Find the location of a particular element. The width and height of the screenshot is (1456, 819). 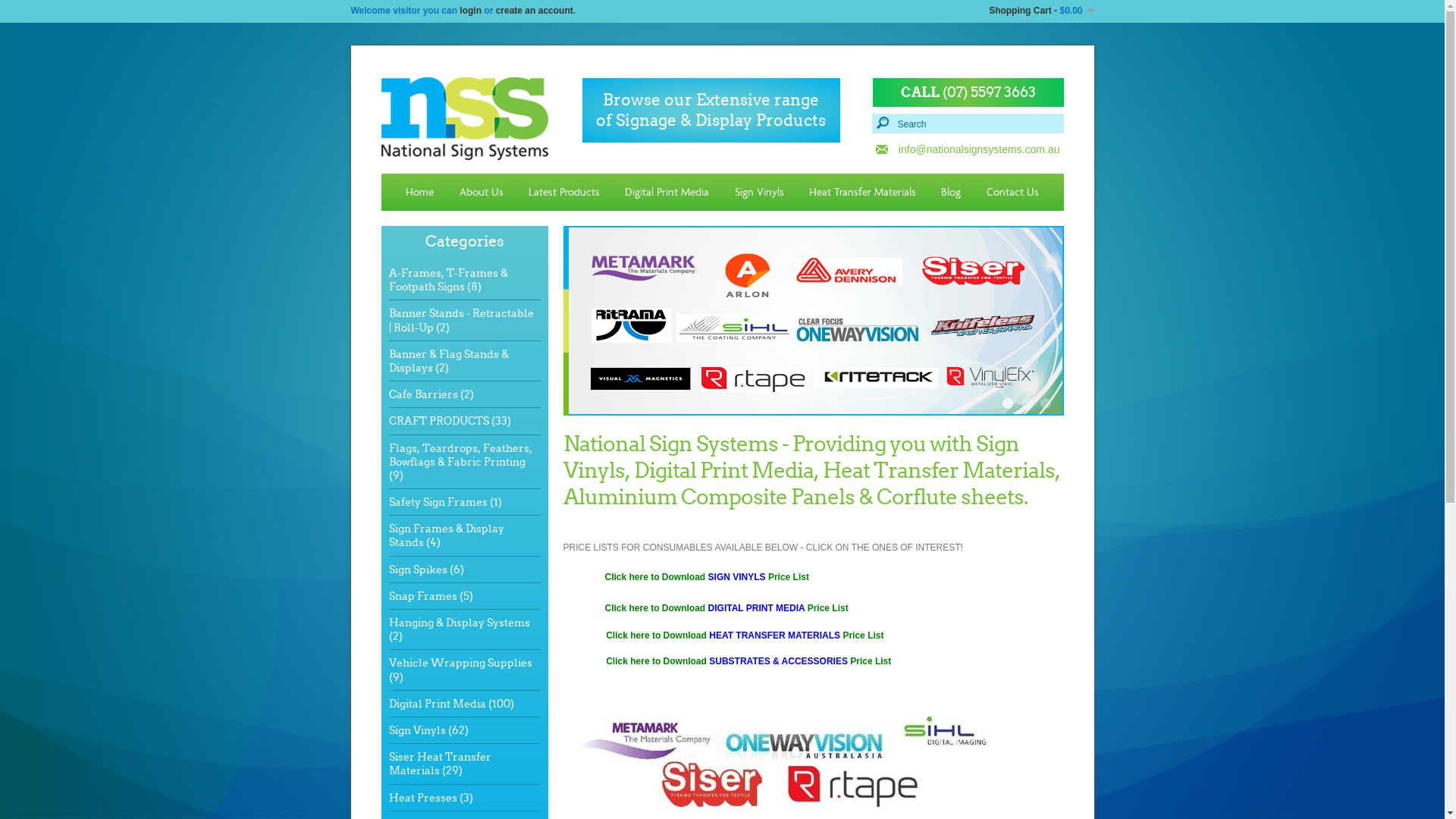

'SUBSTRATES & ACCESSORIES' is located at coordinates (777, 660).